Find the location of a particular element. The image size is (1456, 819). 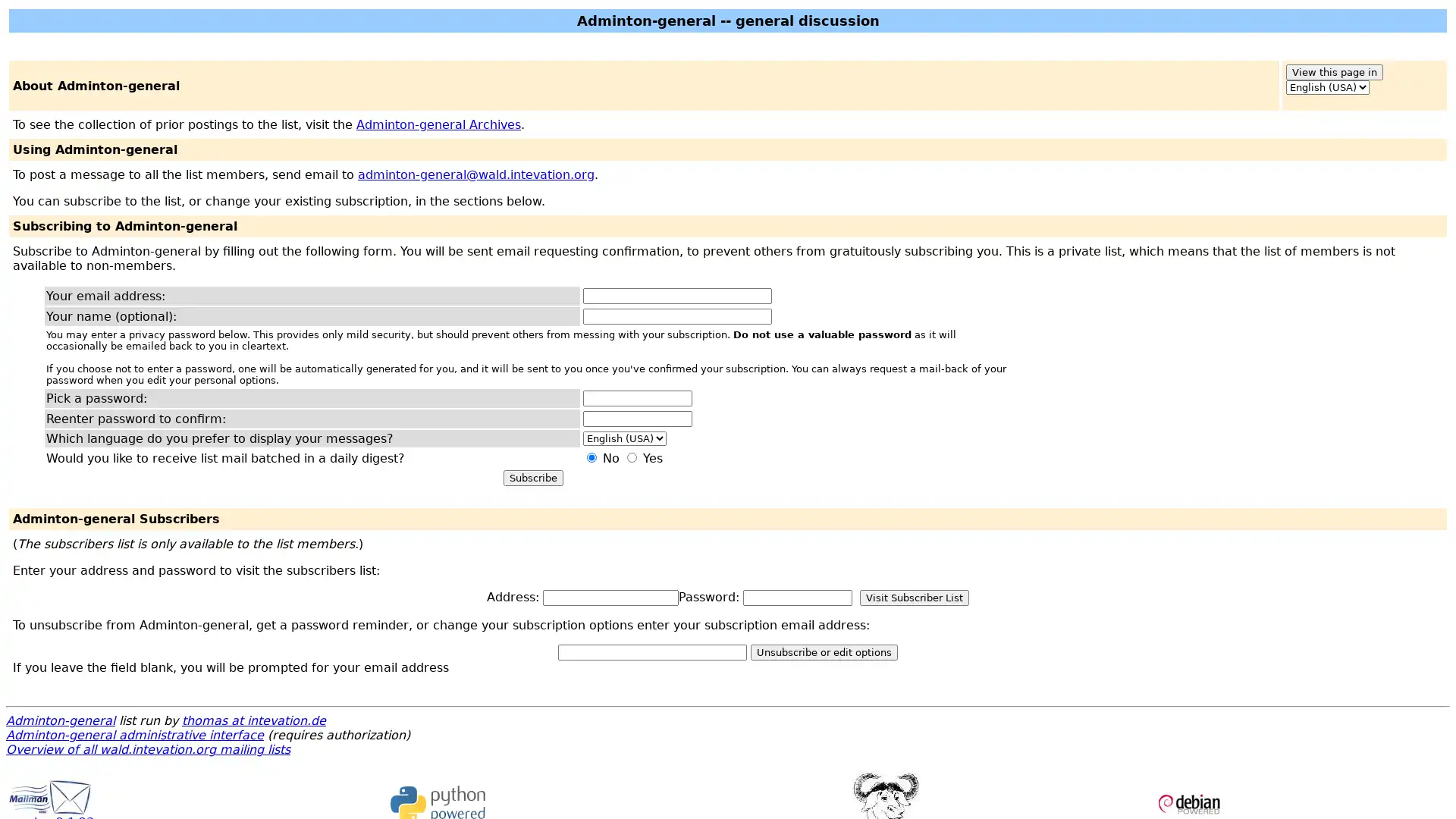

Unsubscribe or edit options is located at coordinates (823, 651).